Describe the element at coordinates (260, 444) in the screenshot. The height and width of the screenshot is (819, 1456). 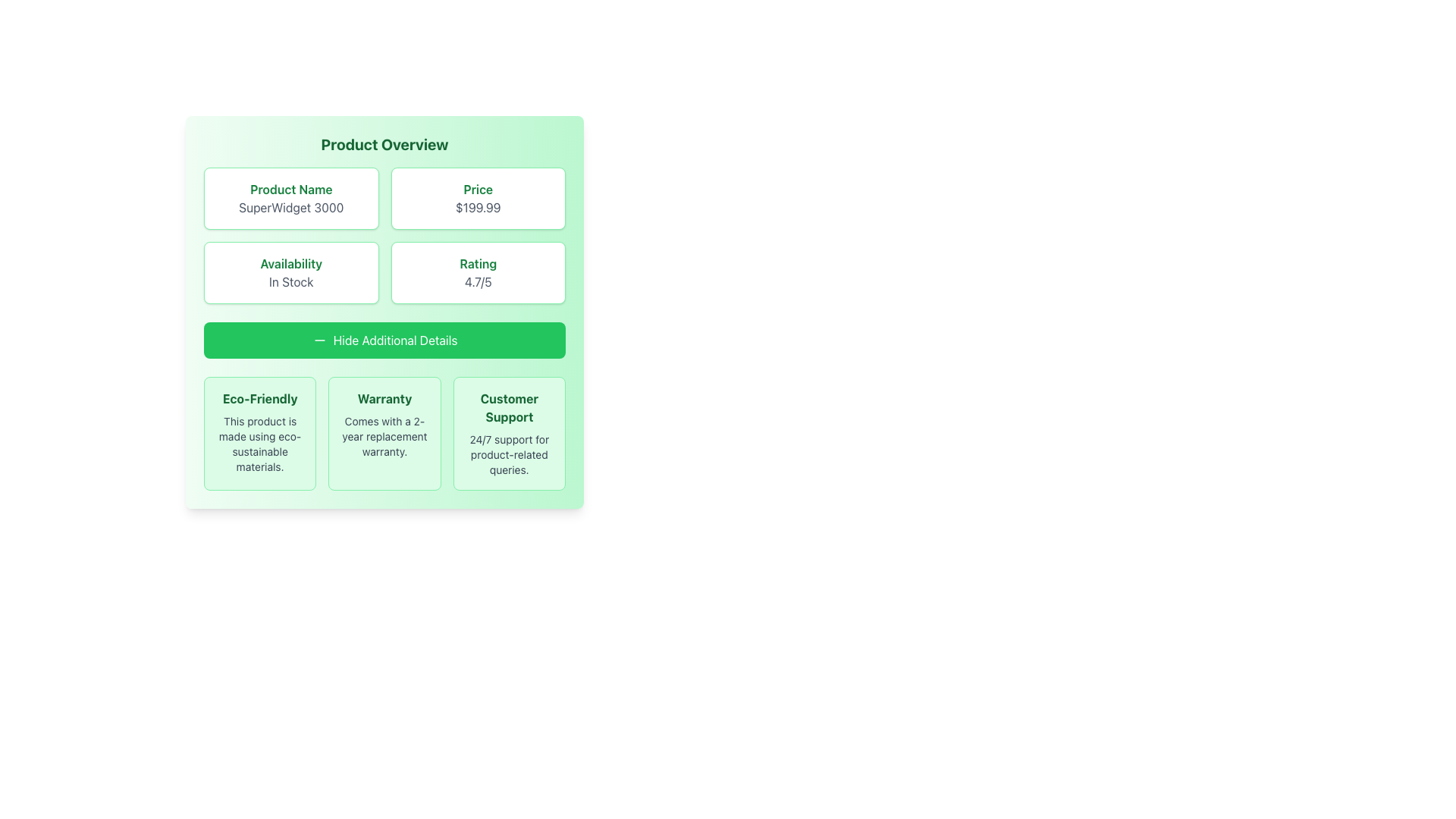
I see `text label stating 'This product is made using eco-sustainable materials.' located within the 'Eco-Friendly' section in the bottom-left quadrant of the interface` at that location.